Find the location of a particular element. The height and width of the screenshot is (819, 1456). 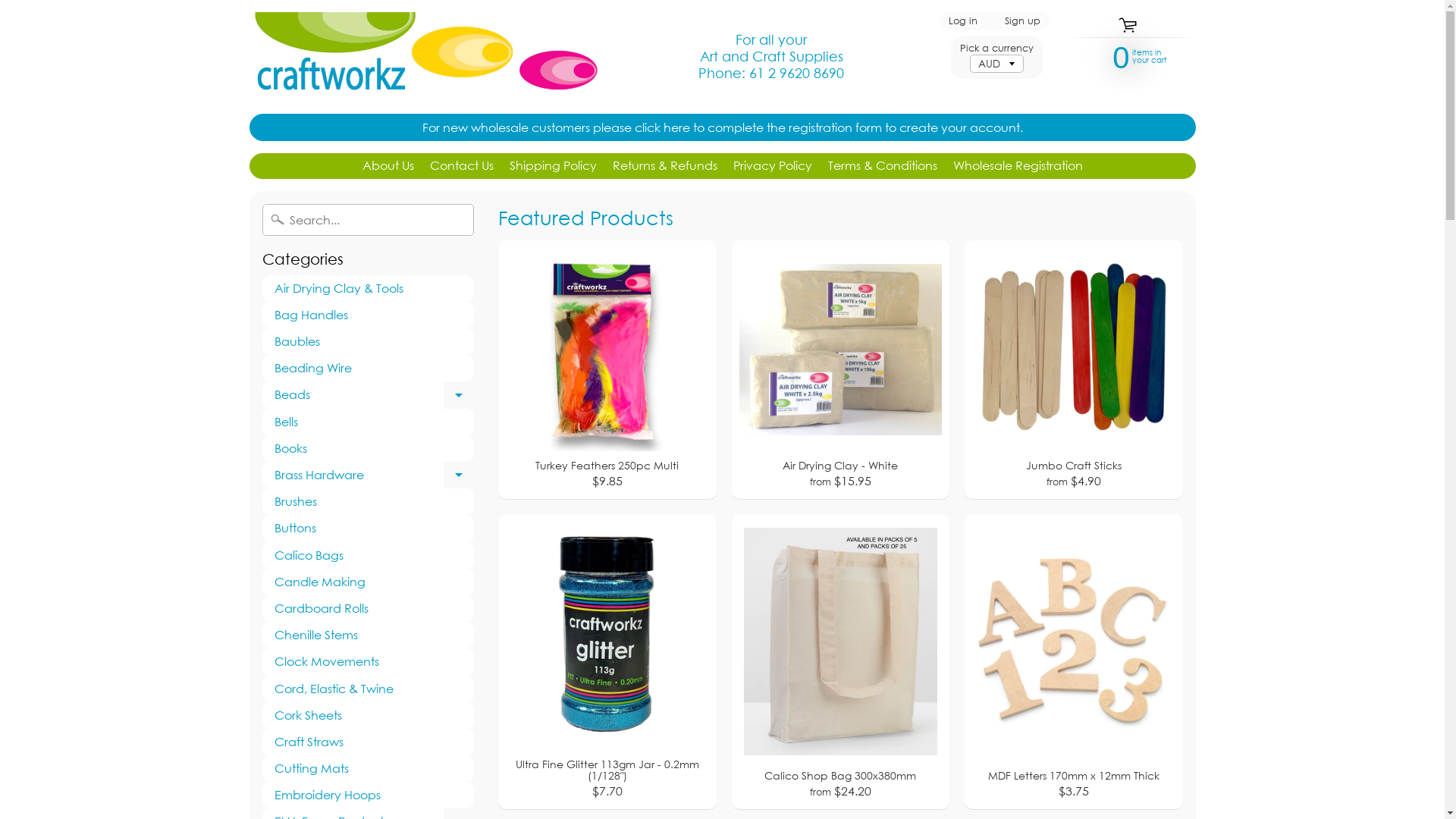

'Cutting Mats' is located at coordinates (368, 768).